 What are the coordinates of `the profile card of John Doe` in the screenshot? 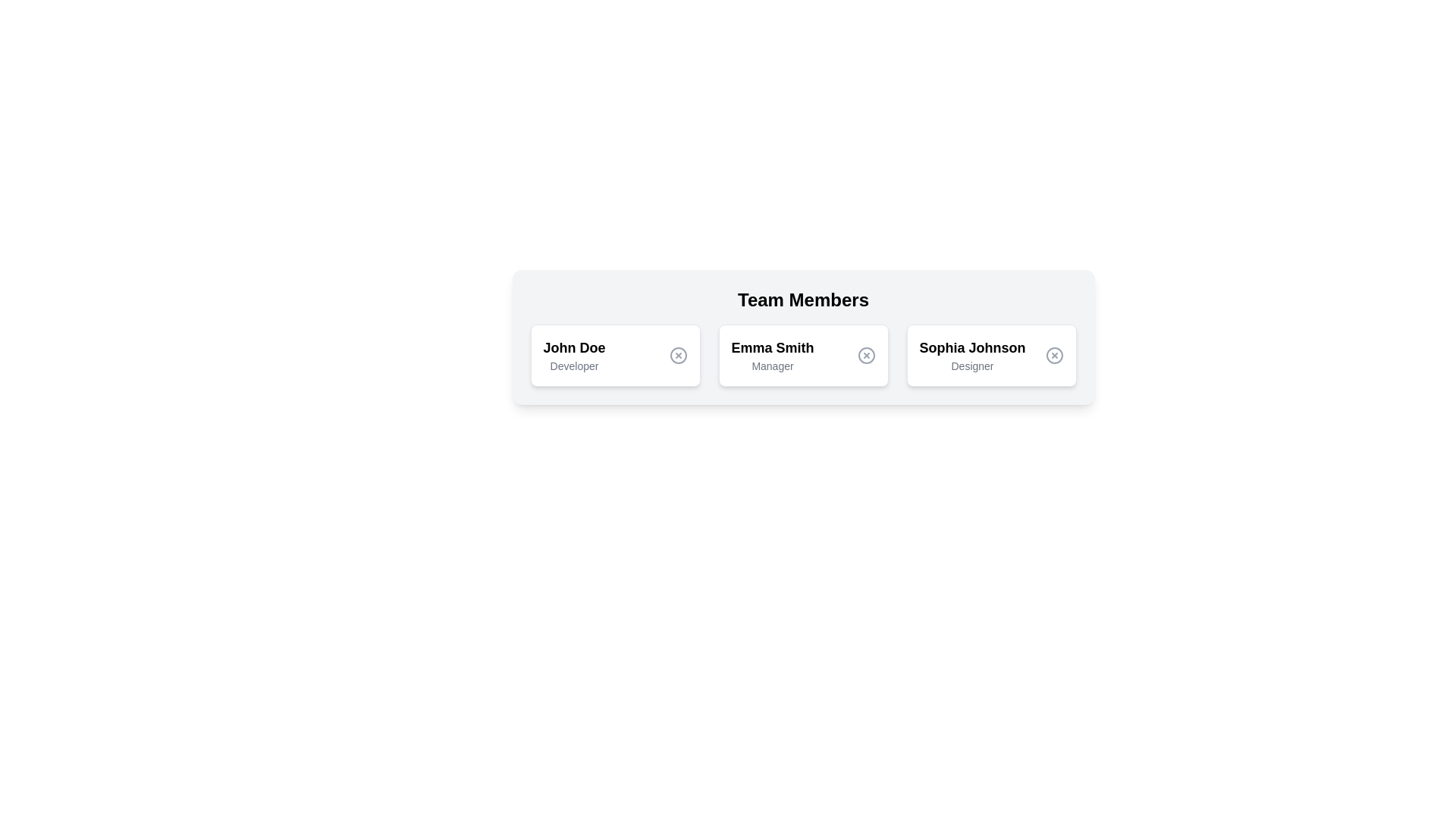 It's located at (615, 356).